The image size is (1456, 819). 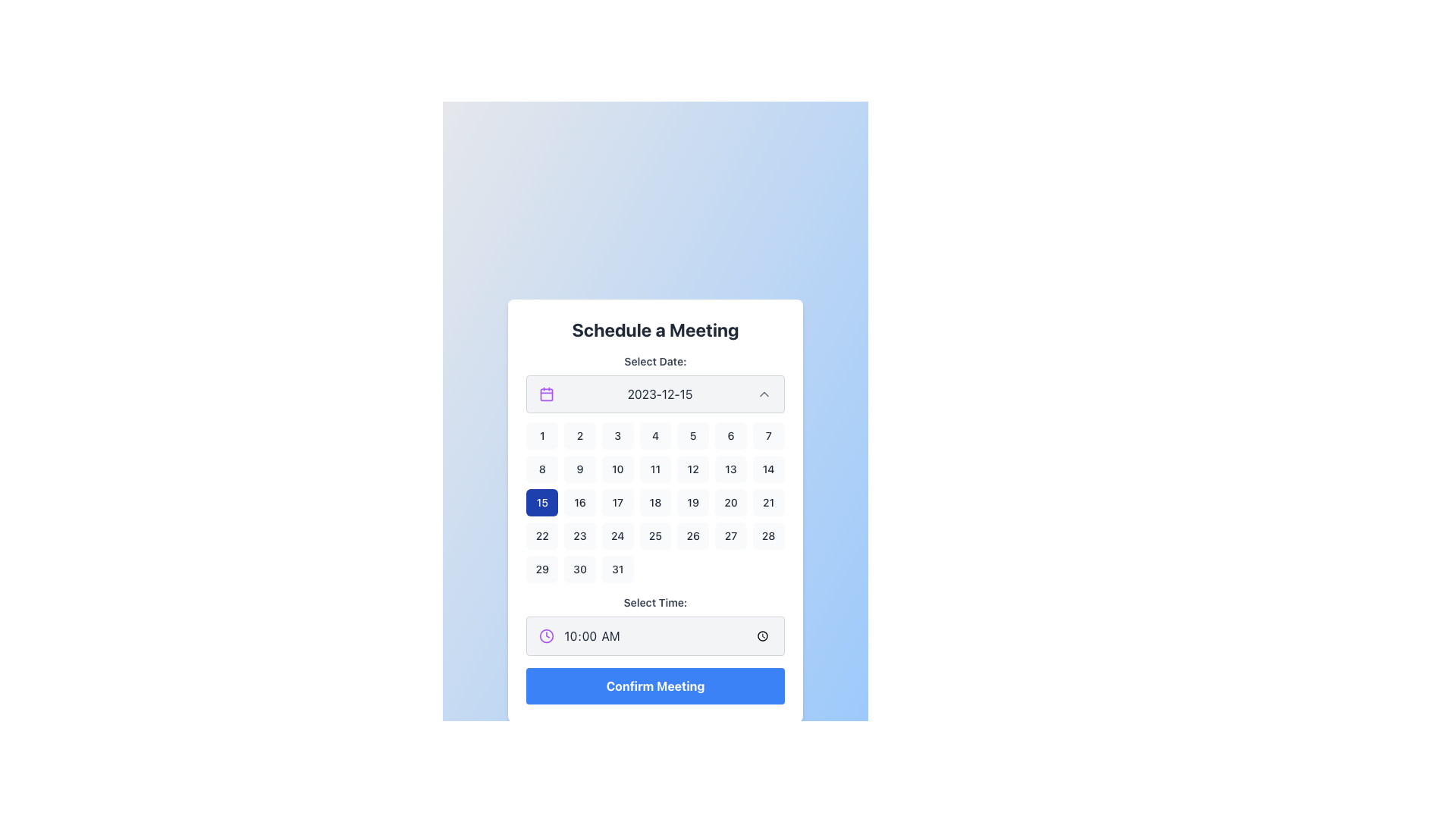 What do you see at coordinates (731, 503) in the screenshot?
I see `the square button with rounded corners displaying the number '20'` at bounding box center [731, 503].